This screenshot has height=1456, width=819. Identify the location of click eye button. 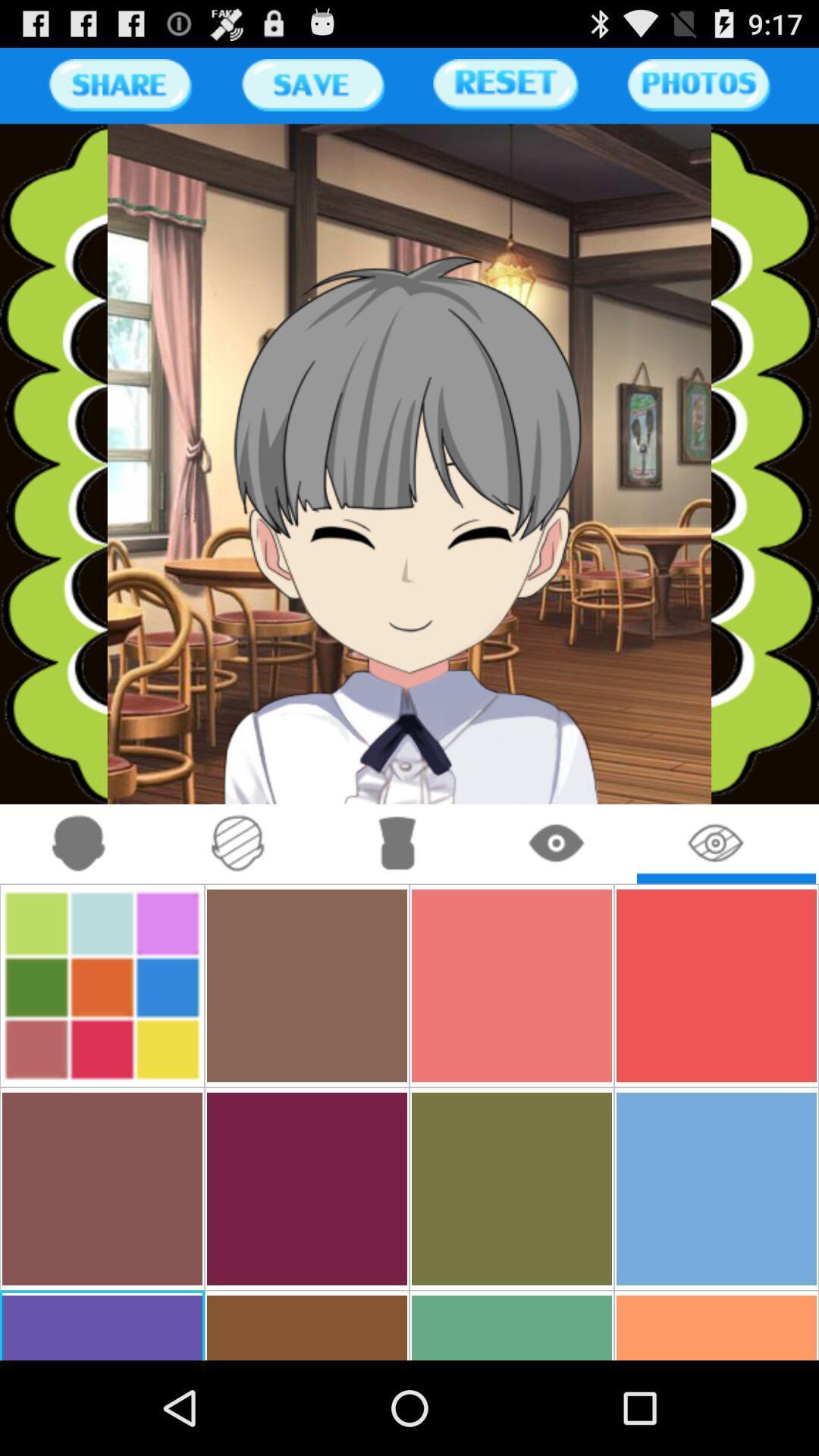
(557, 843).